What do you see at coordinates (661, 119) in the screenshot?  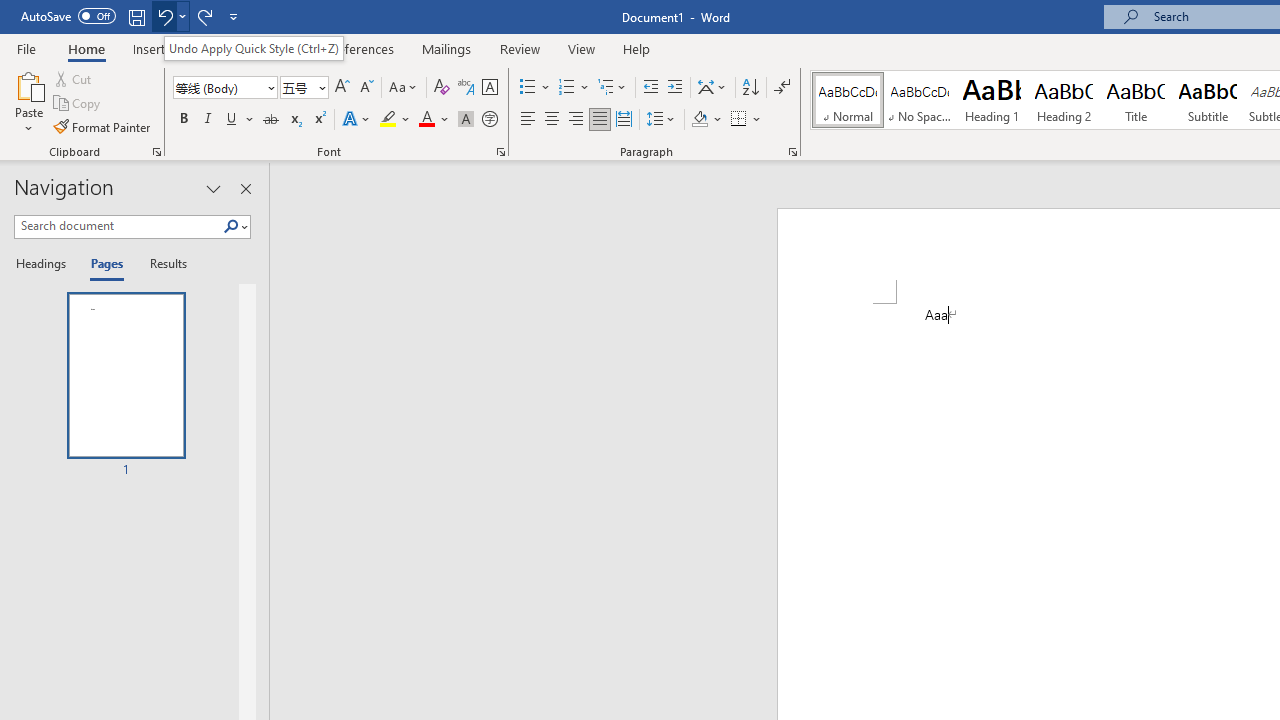 I see `'Line and Paragraph Spacing'` at bounding box center [661, 119].